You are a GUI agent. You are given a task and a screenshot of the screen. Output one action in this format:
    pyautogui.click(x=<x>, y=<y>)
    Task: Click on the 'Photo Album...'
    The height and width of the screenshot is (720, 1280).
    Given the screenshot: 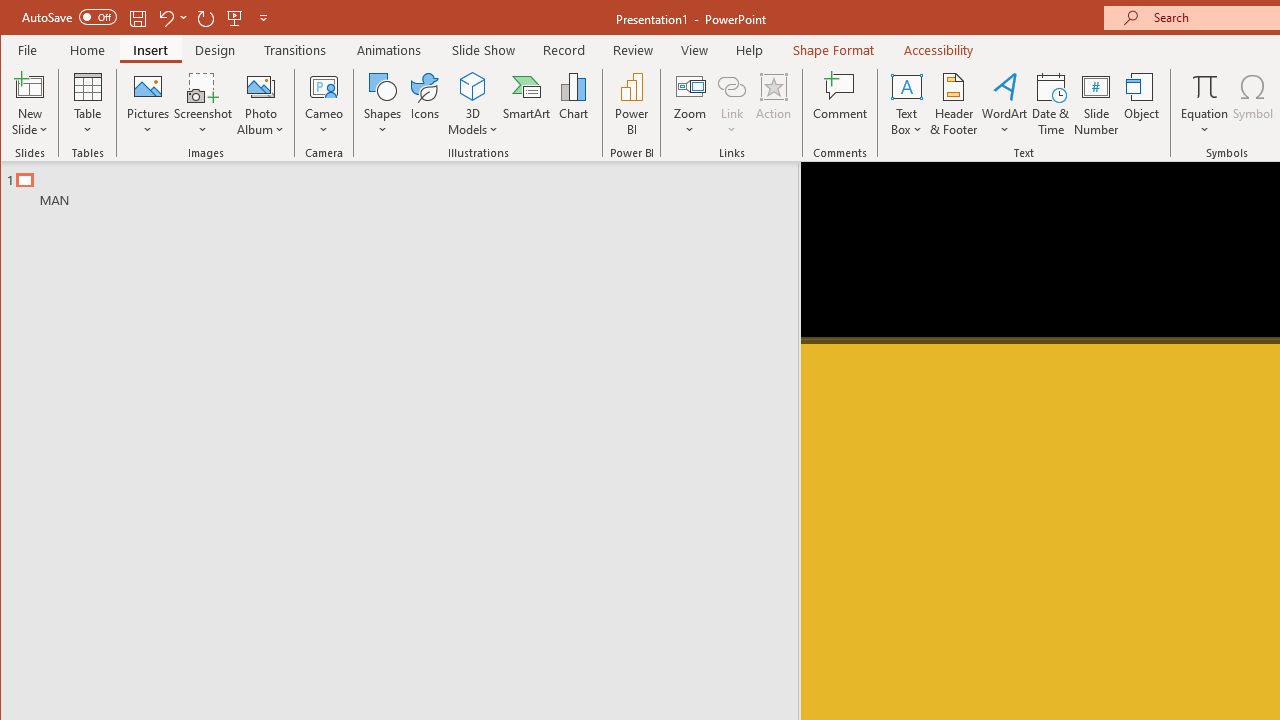 What is the action you would take?
    pyautogui.click(x=260, y=104)
    